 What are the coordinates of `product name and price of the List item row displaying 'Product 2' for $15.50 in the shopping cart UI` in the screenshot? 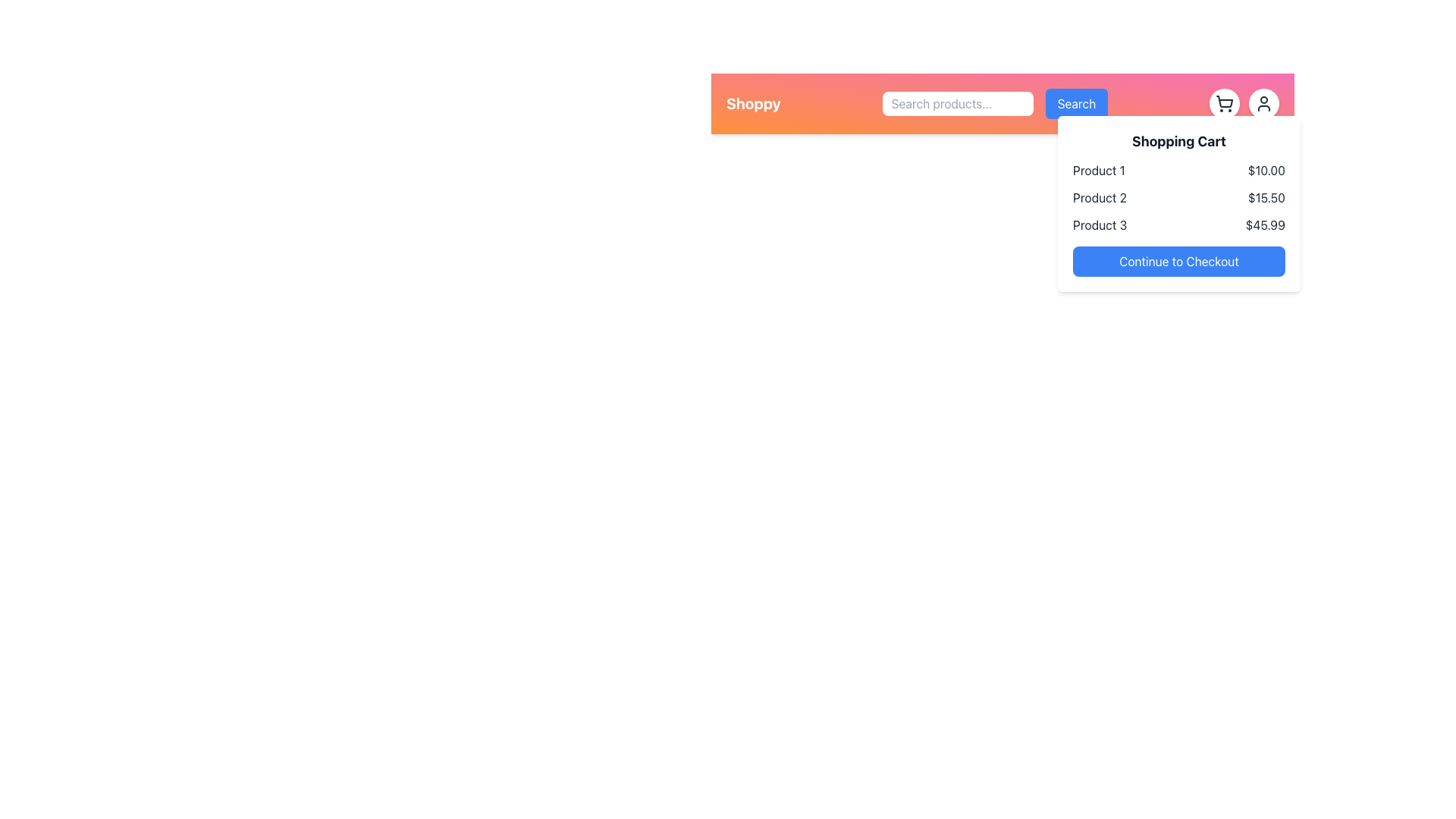 It's located at (1178, 197).